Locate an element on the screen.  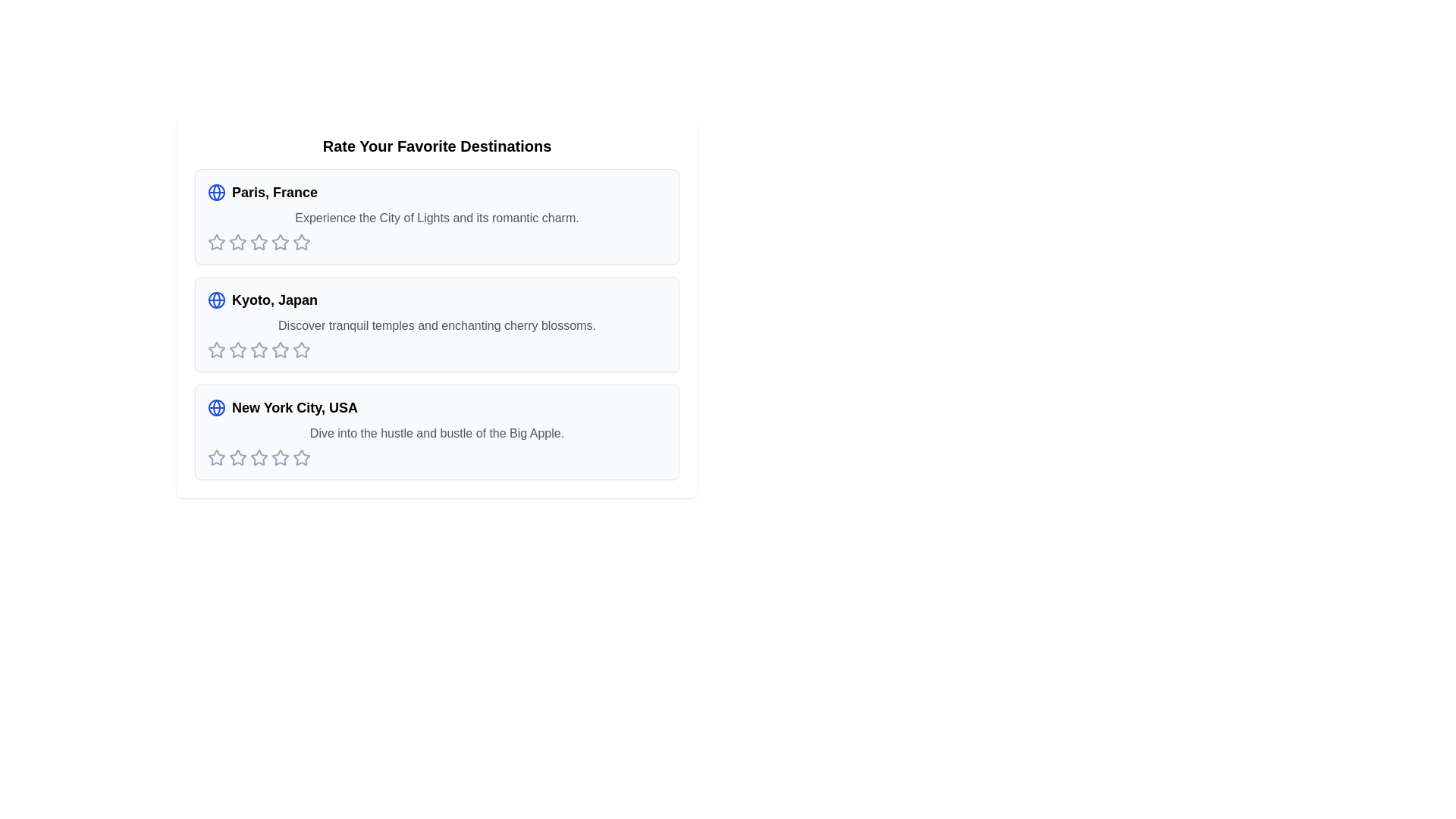
the fifth star icon in the rating mechanism located below the 'Paris, France' headline in the first content card is located at coordinates (302, 242).